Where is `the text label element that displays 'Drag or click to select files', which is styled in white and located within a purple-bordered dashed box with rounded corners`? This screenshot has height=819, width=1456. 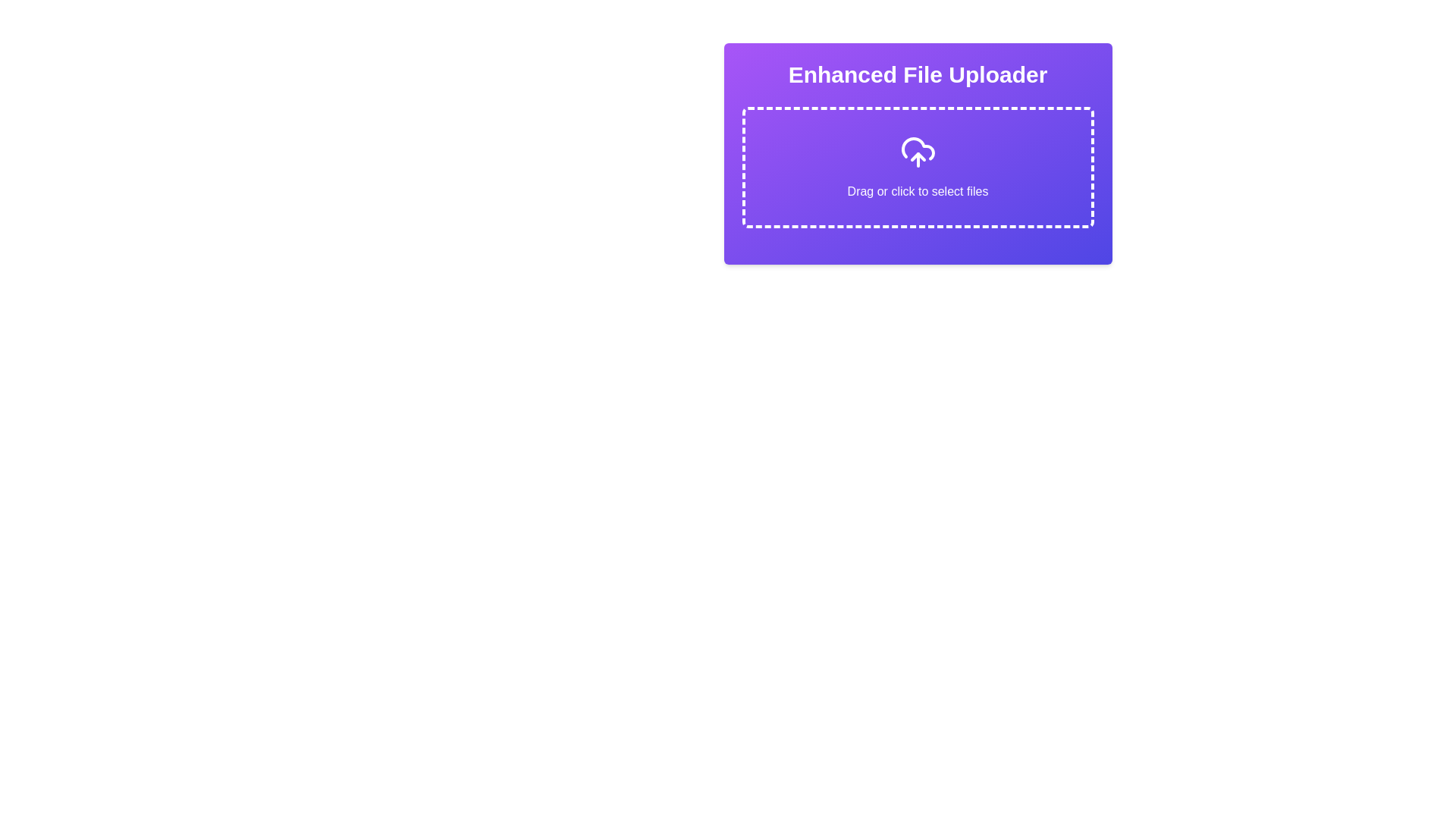
the text label element that displays 'Drag or click to select files', which is styled in white and located within a purple-bordered dashed box with rounded corners is located at coordinates (917, 191).